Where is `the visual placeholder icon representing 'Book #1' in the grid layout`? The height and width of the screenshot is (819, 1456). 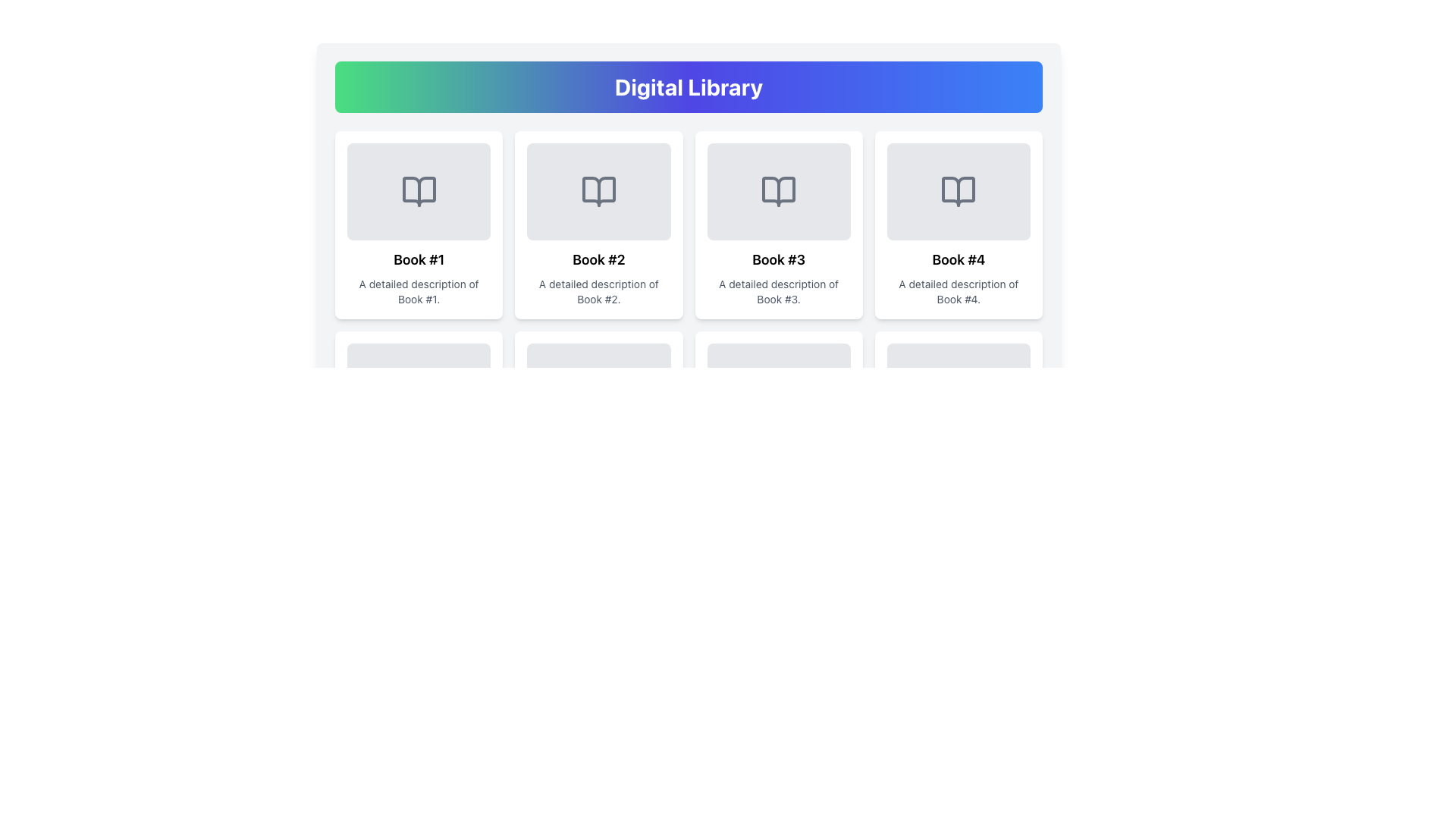 the visual placeholder icon representing 'Book #1' in the grid layout is located at coordinates (419, 191).